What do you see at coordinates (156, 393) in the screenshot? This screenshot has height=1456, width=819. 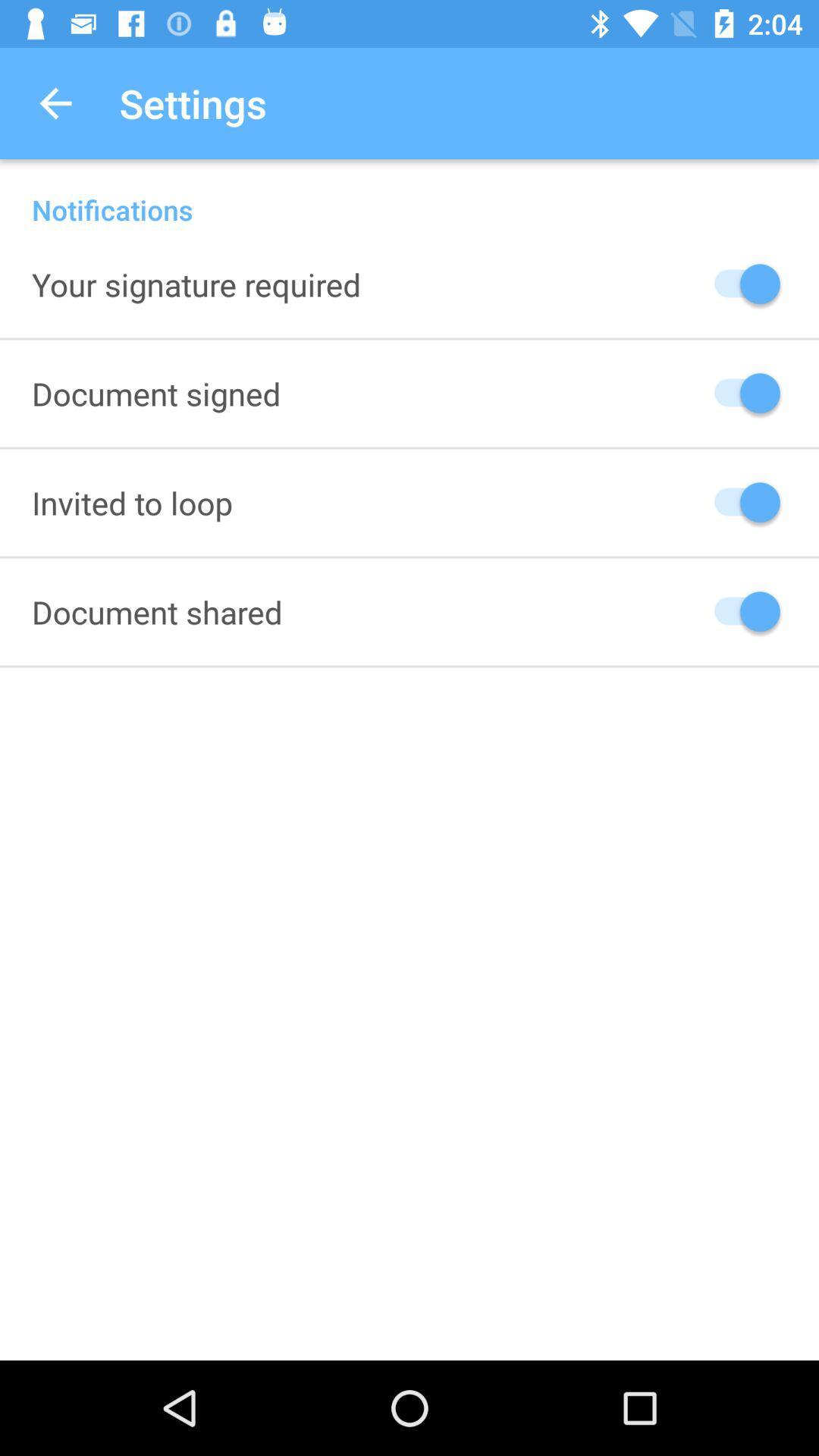 I see `the document signed item` at bounding box center [156, 393].